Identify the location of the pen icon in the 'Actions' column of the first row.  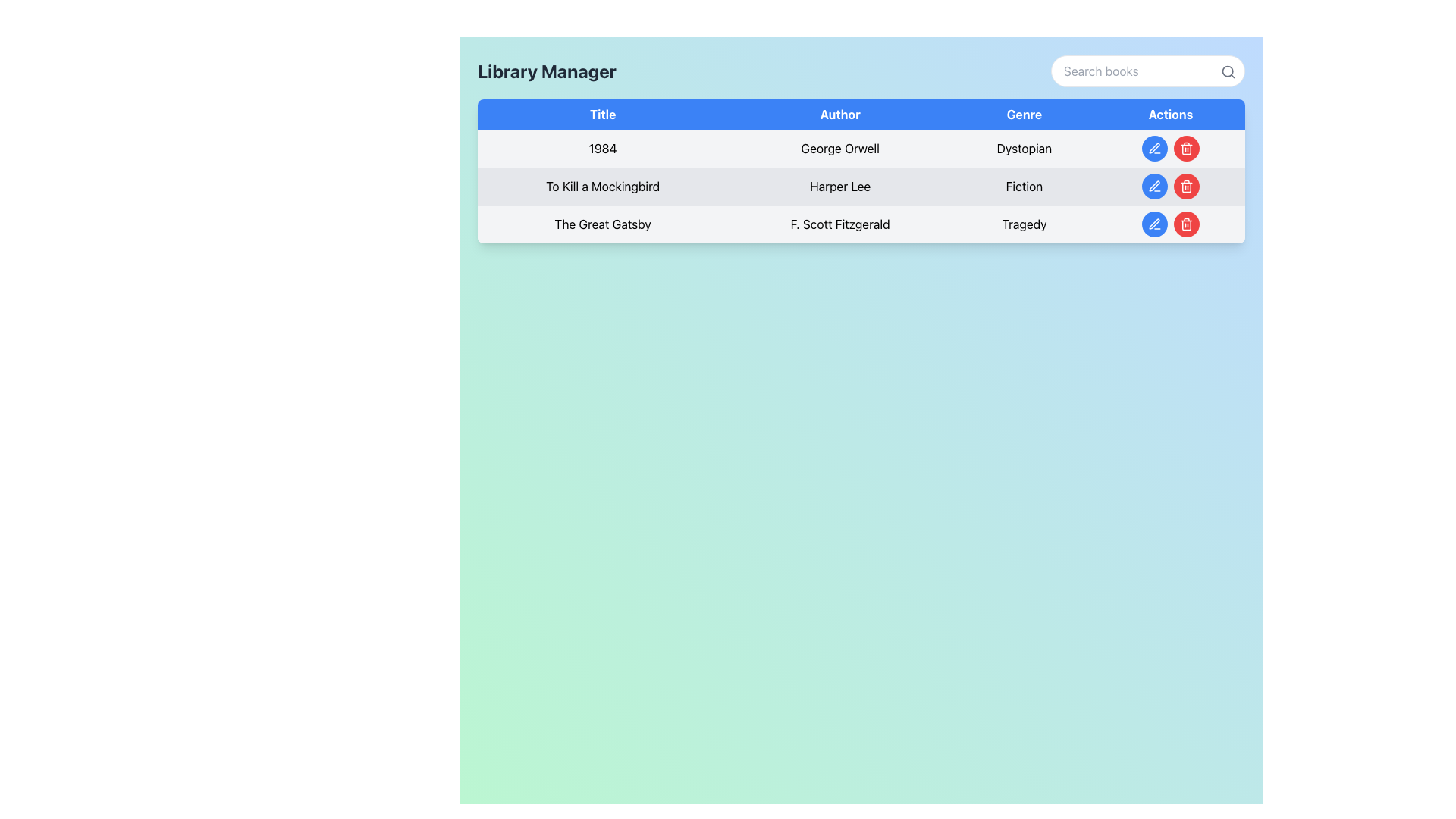
(1153, 148).